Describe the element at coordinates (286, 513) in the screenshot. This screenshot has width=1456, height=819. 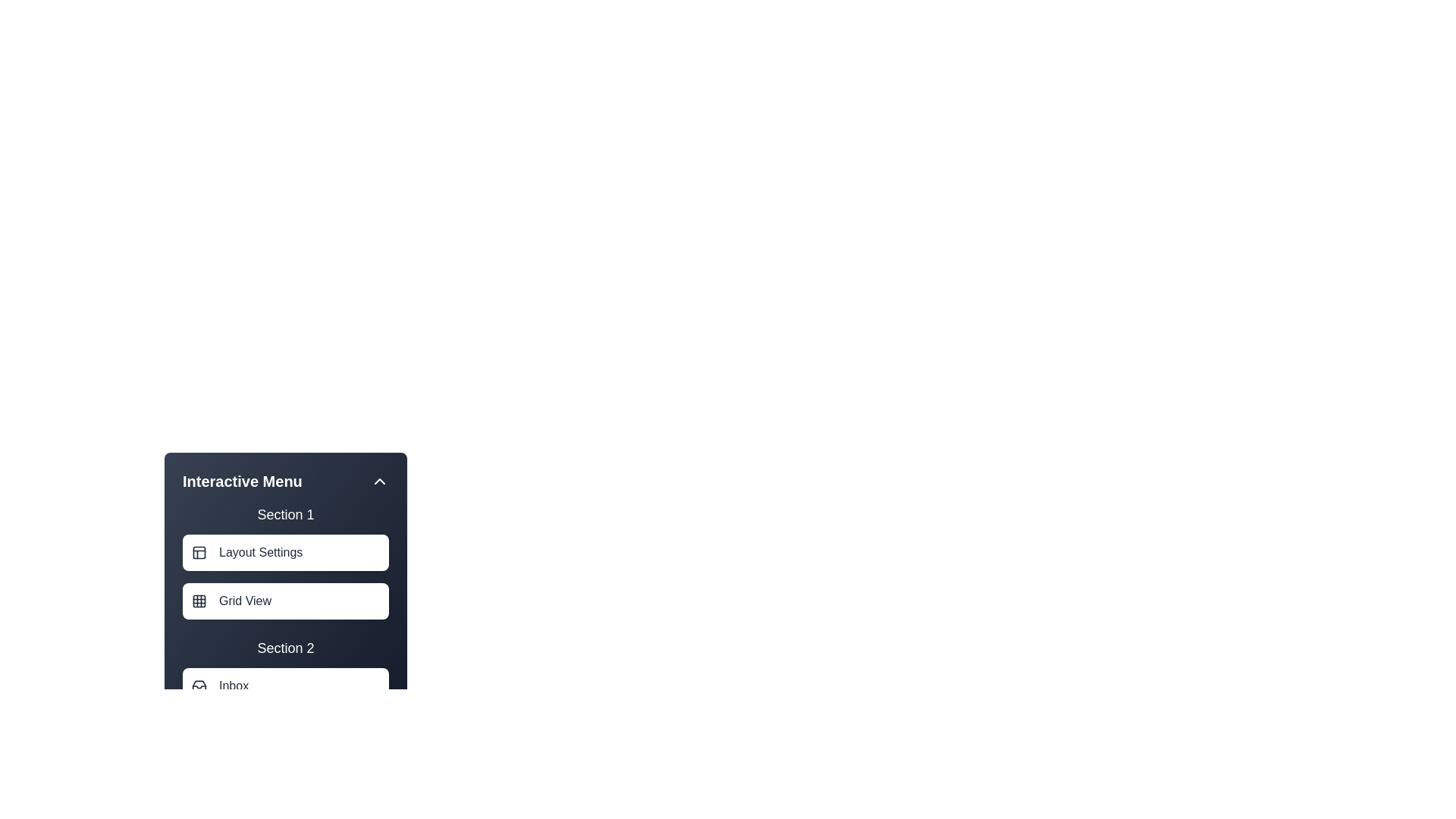
I see `the header Section 1 for observation` at that location.